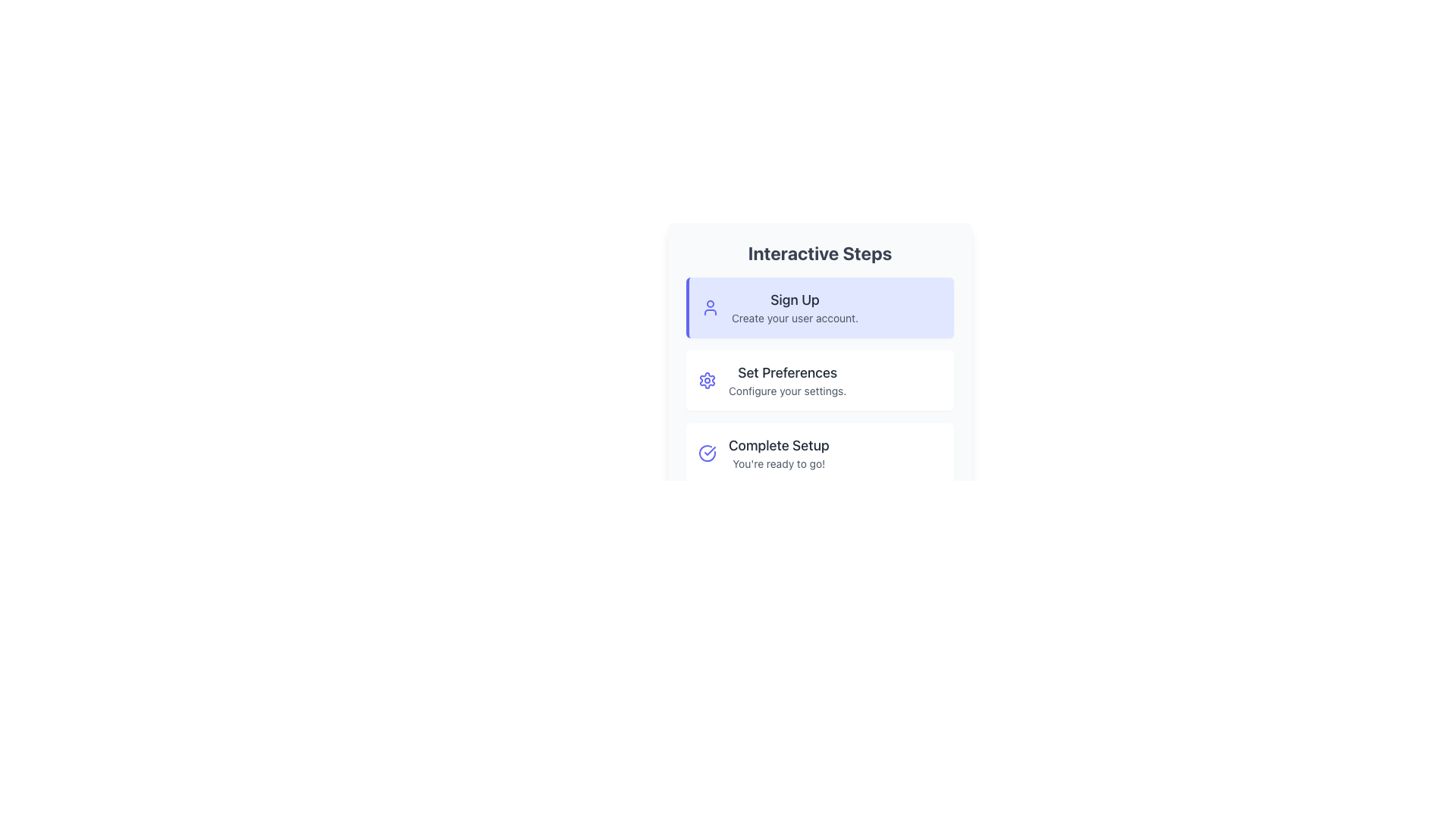 This screenshot has height=819, width=1456. I want to click on the 'Sign Up' header text label, which is styled in large bold font and is positioned at the top of the step-by-step guide interface, above the subheader 'Create your user account.', so click(794, 300).